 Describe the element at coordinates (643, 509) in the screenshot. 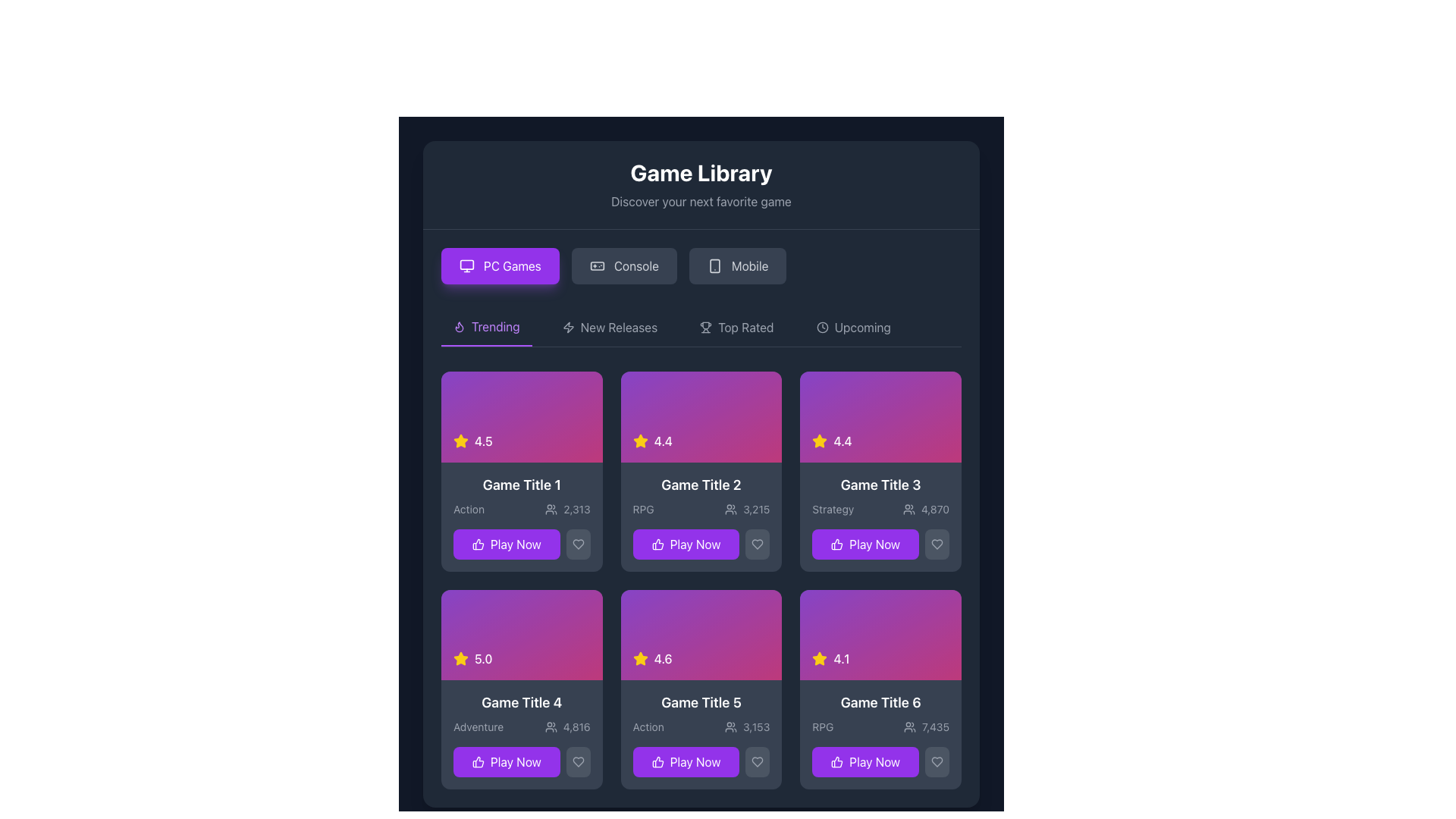

I see `the text label 'RPG' styled in light-gray font located at the bottom left of the second game card under the 'Trending' filter` at that location.